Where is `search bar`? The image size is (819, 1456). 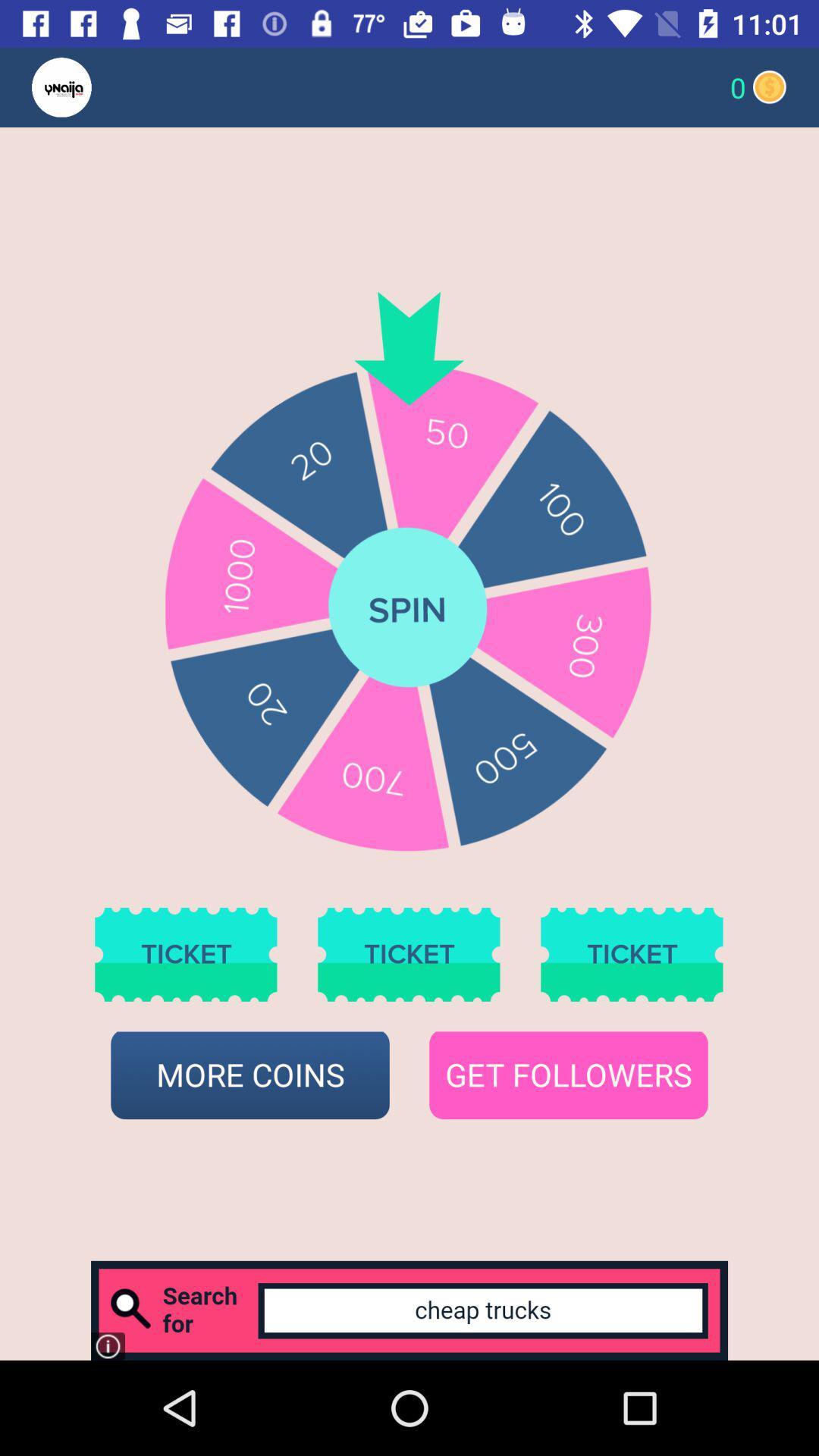
search bar is located at coordinates (409, 1310).